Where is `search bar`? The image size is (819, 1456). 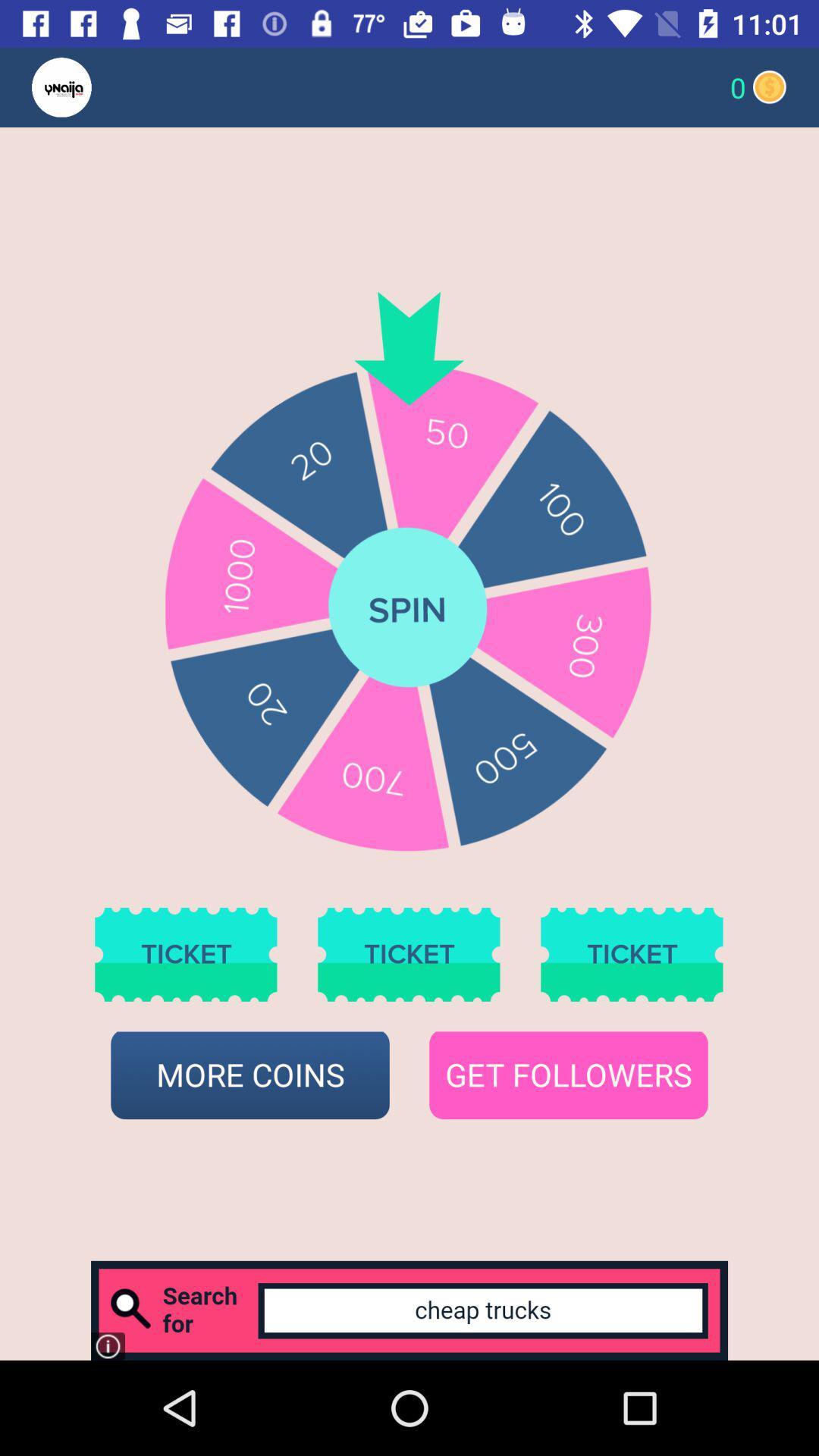
search bar is located at coordinates (409, 1310).